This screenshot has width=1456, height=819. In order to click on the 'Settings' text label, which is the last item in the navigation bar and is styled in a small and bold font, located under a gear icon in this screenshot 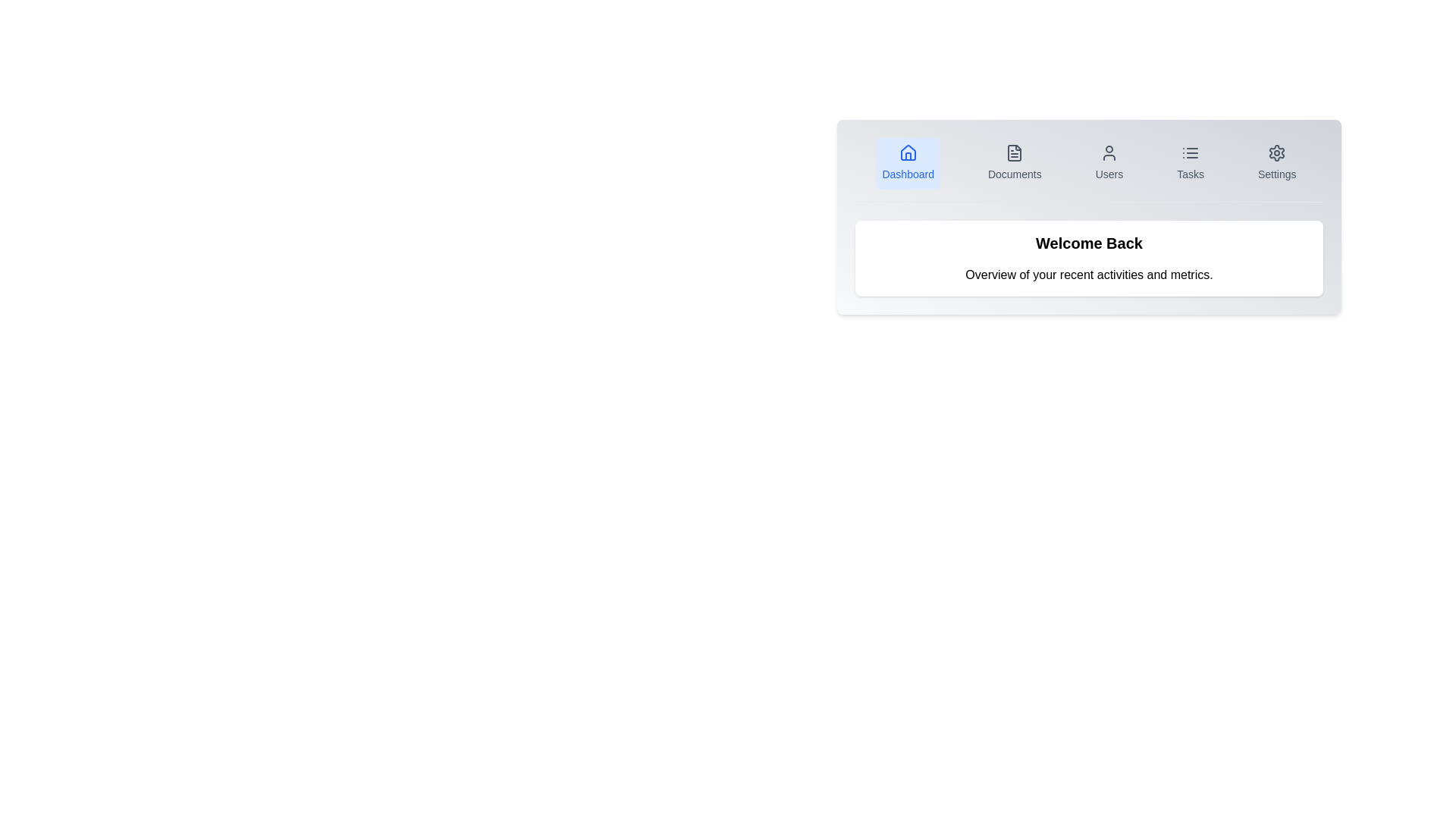, I will do `click(1276, 174)`.